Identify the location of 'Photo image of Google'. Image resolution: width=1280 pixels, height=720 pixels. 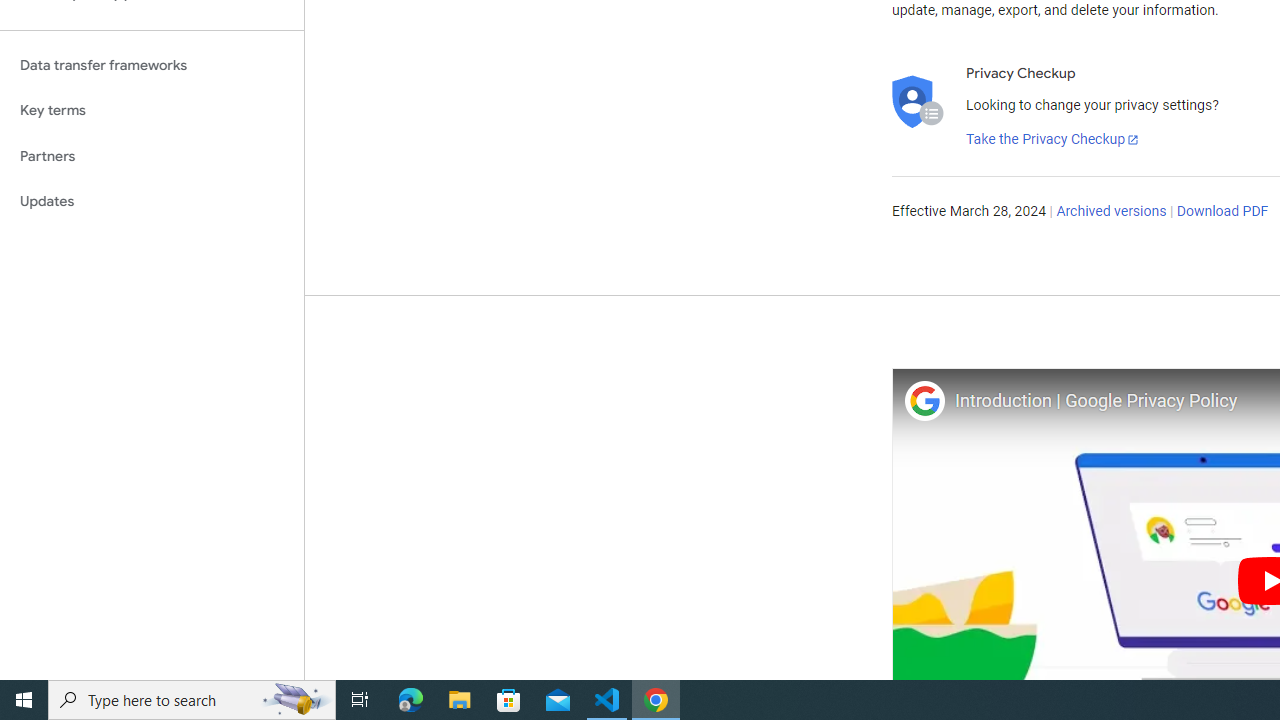
(923, 400).